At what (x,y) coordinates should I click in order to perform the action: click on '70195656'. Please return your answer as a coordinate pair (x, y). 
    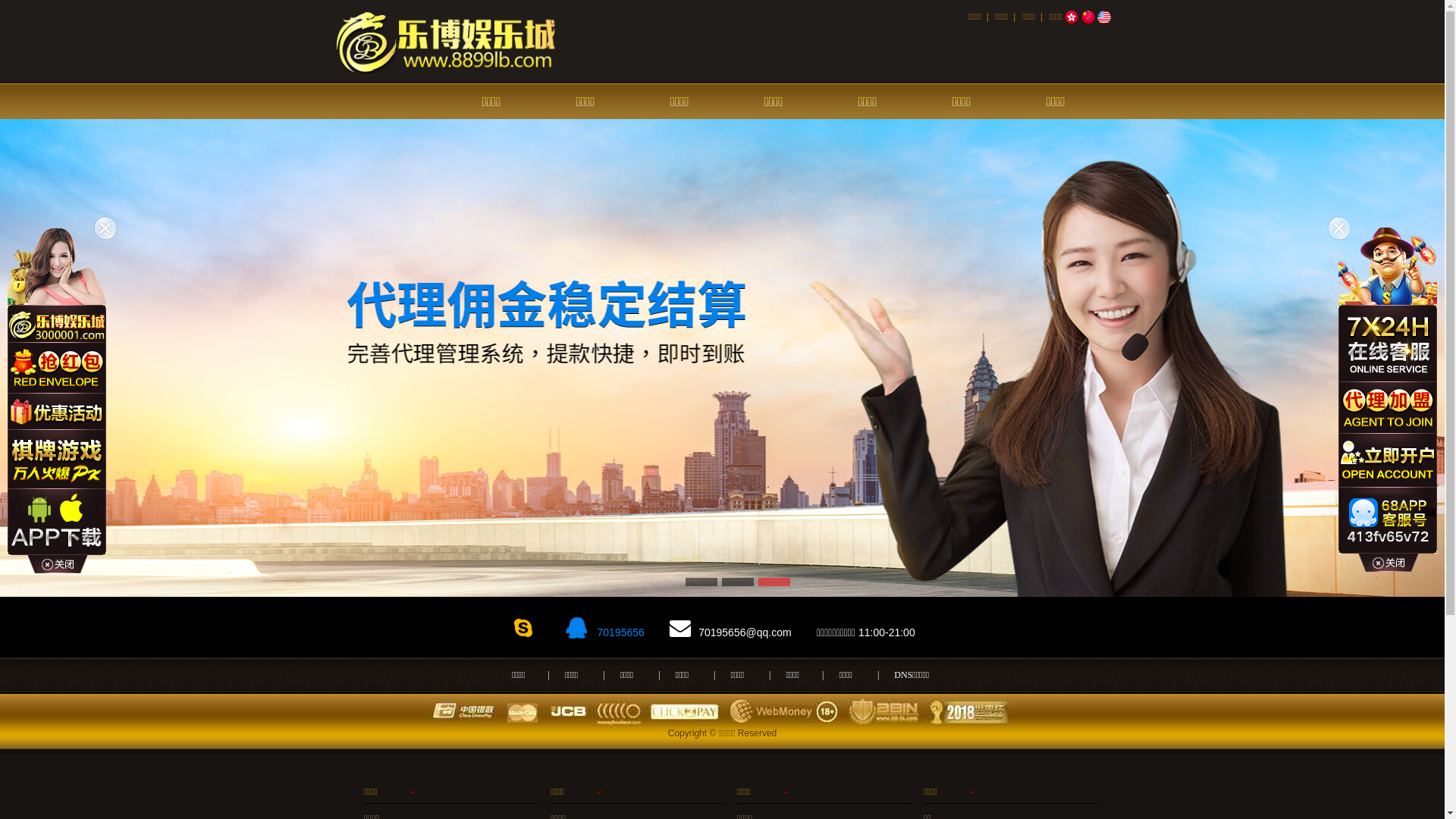
    Looking at the image, I should click on (593, 632).